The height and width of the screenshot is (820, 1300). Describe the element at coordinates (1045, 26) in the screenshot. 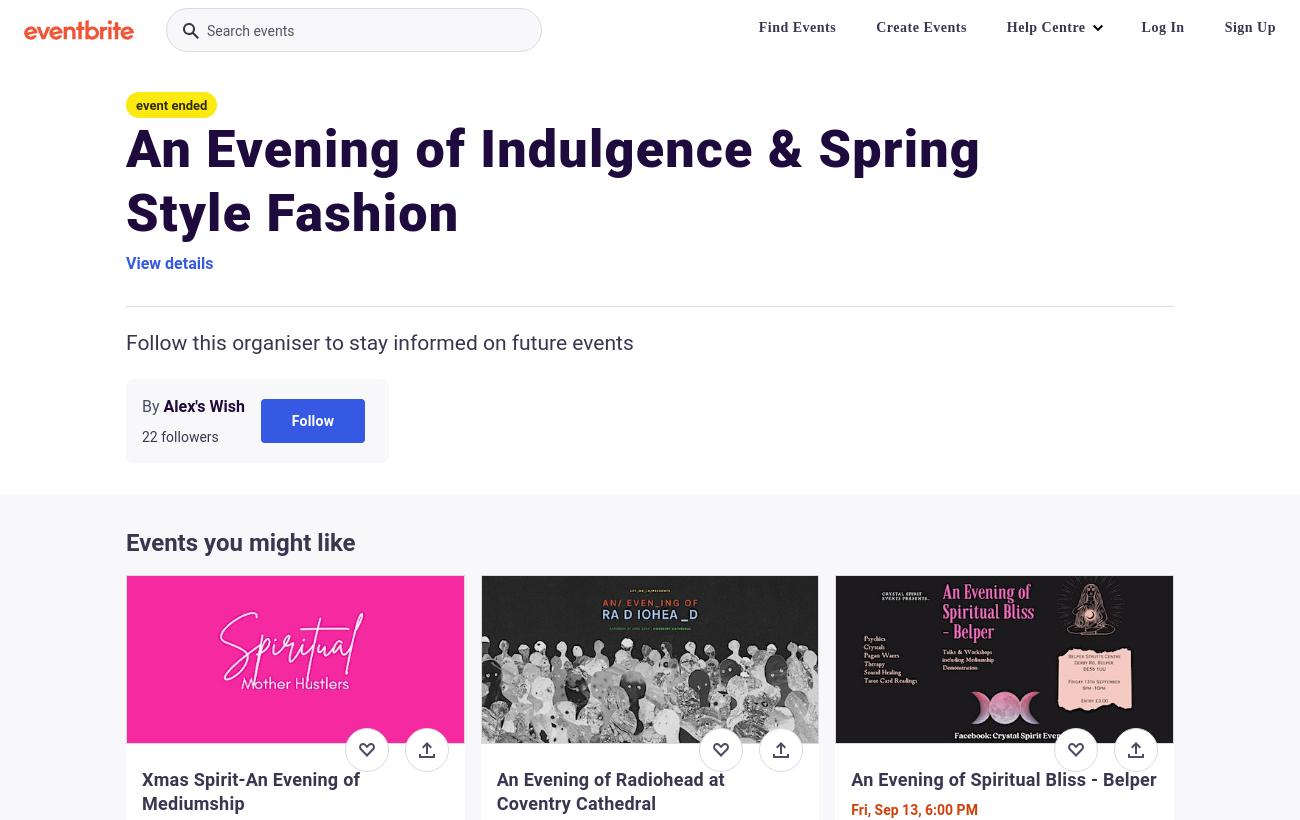

I see `'Help Centre'` at that location.